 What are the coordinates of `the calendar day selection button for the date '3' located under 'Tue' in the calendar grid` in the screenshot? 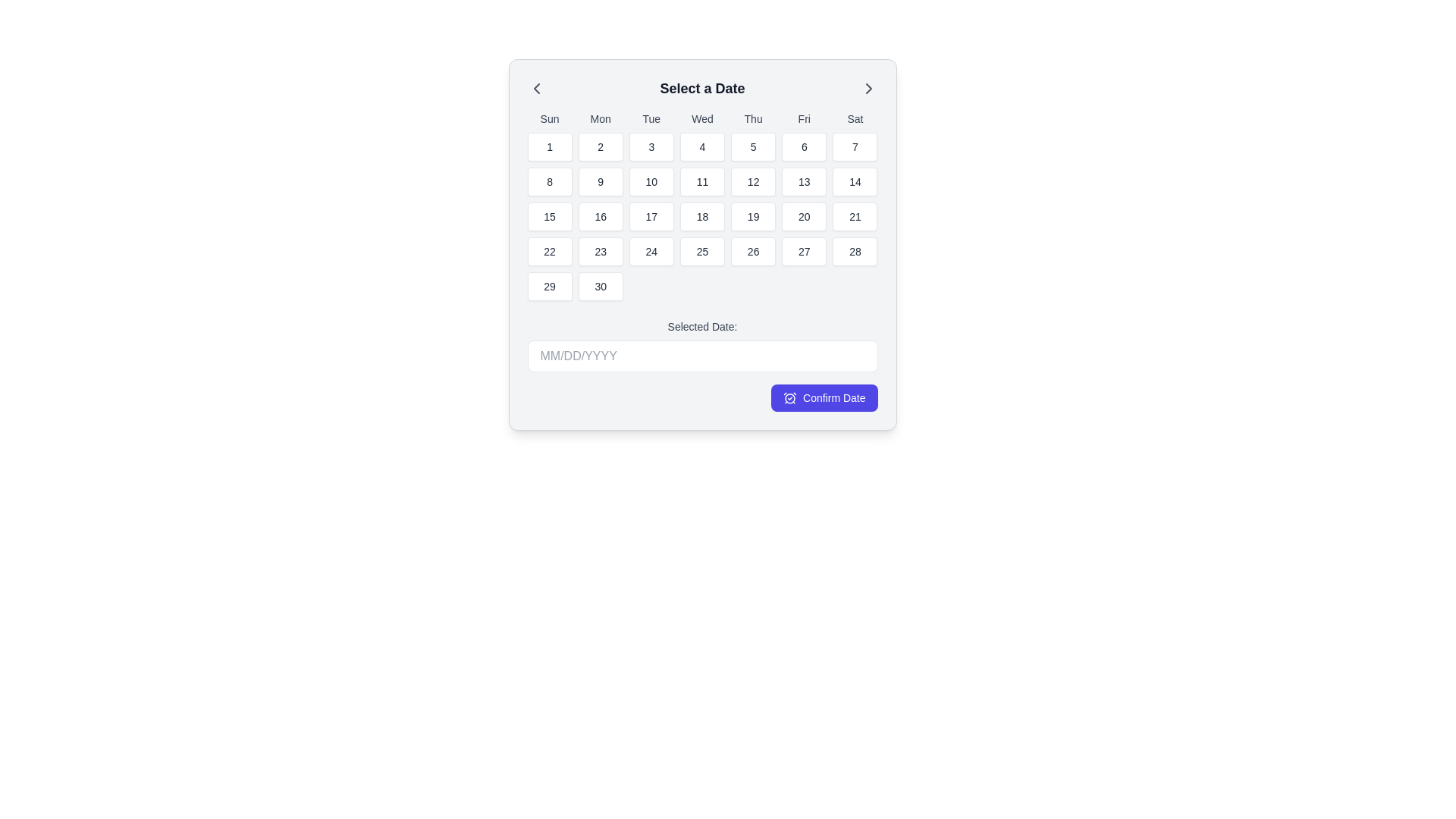 It's located at (651, 146).